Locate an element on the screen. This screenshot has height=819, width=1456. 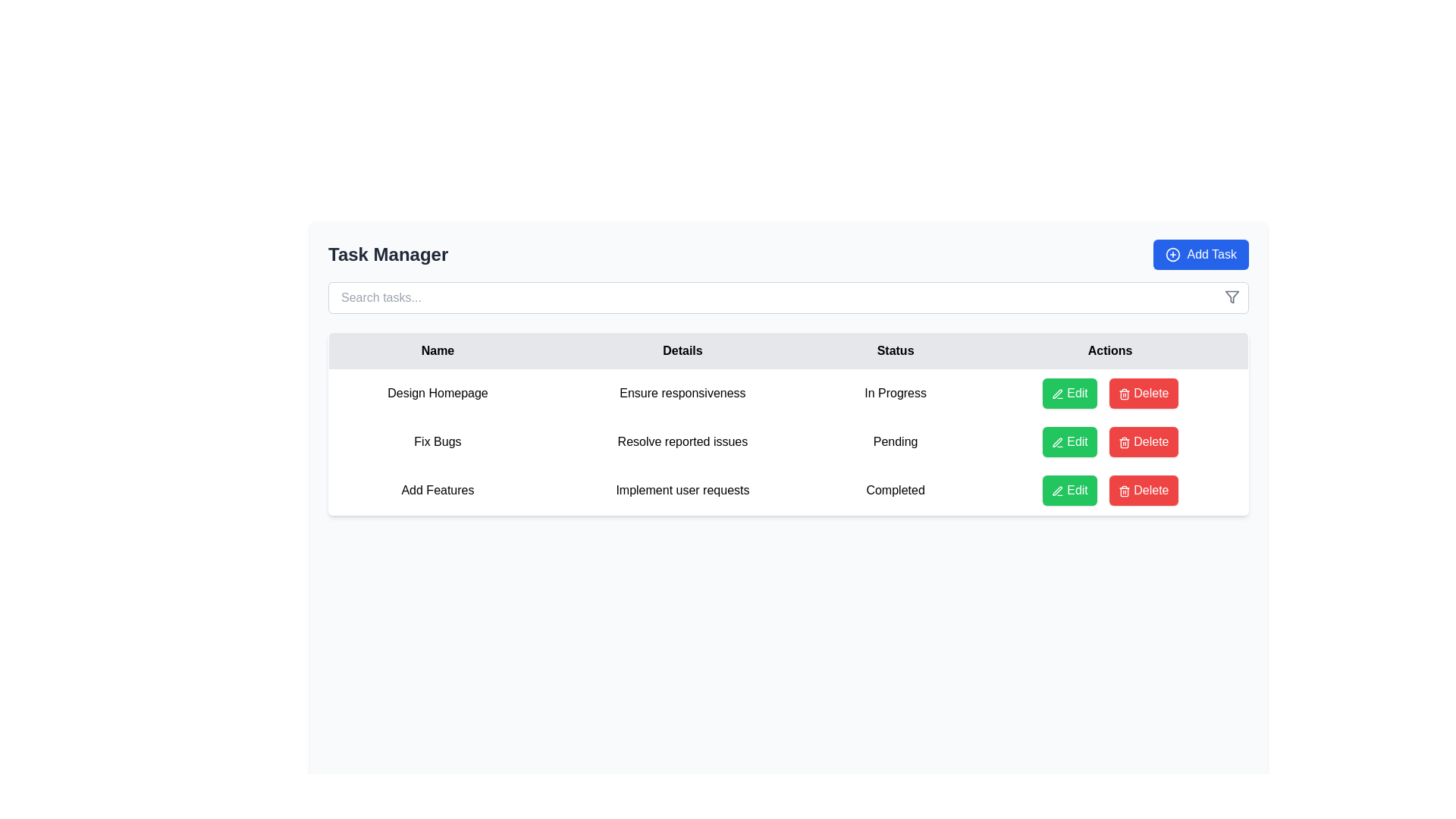
text from the Text Label displaying 'Fix Bugs' located in the second row under the 'Name' column of the table is located at coordinates (437, 441).